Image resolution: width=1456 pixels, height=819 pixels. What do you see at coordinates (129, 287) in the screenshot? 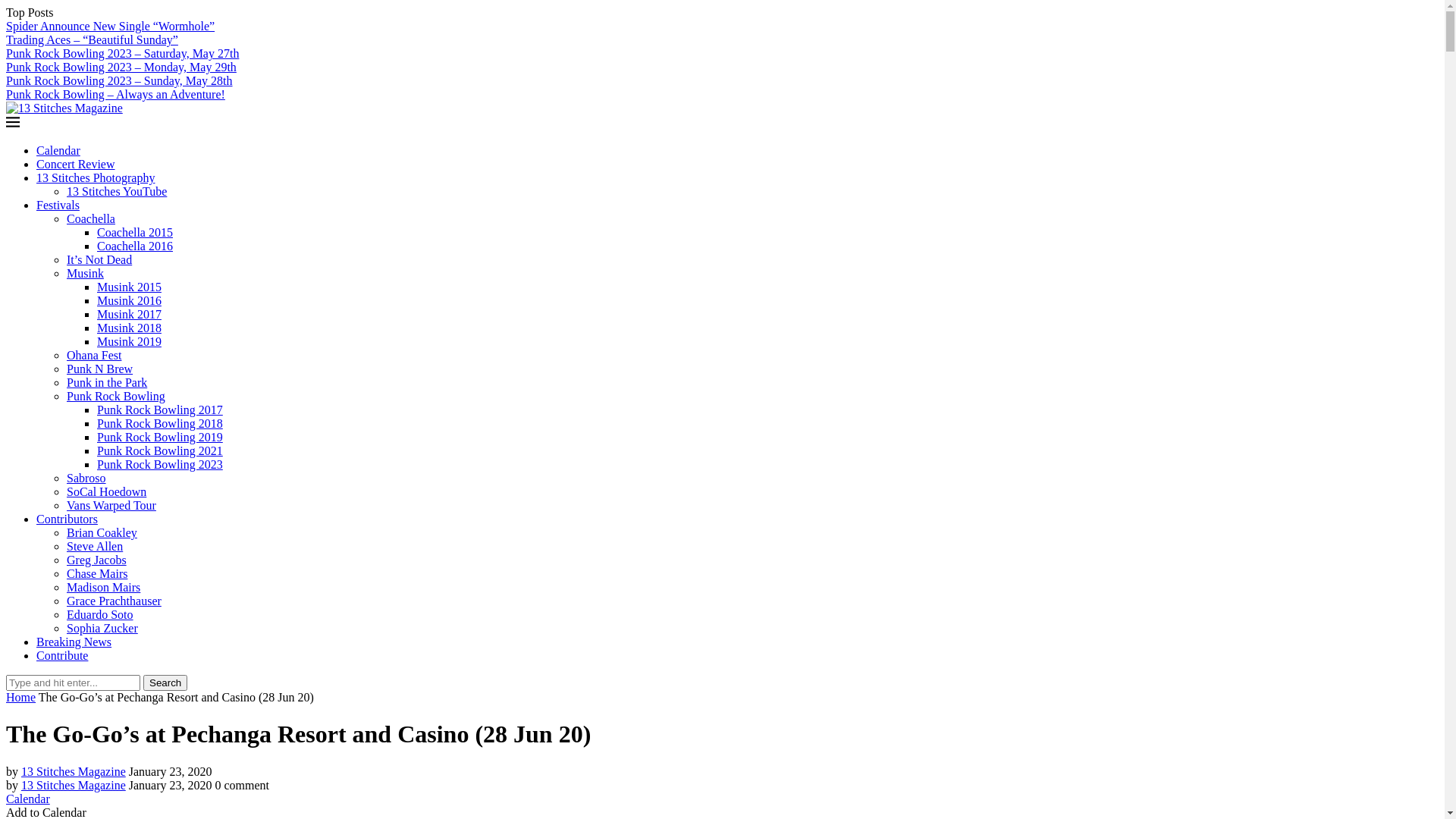
I see `'Musink 2015'` at bounding box center [129, 287].